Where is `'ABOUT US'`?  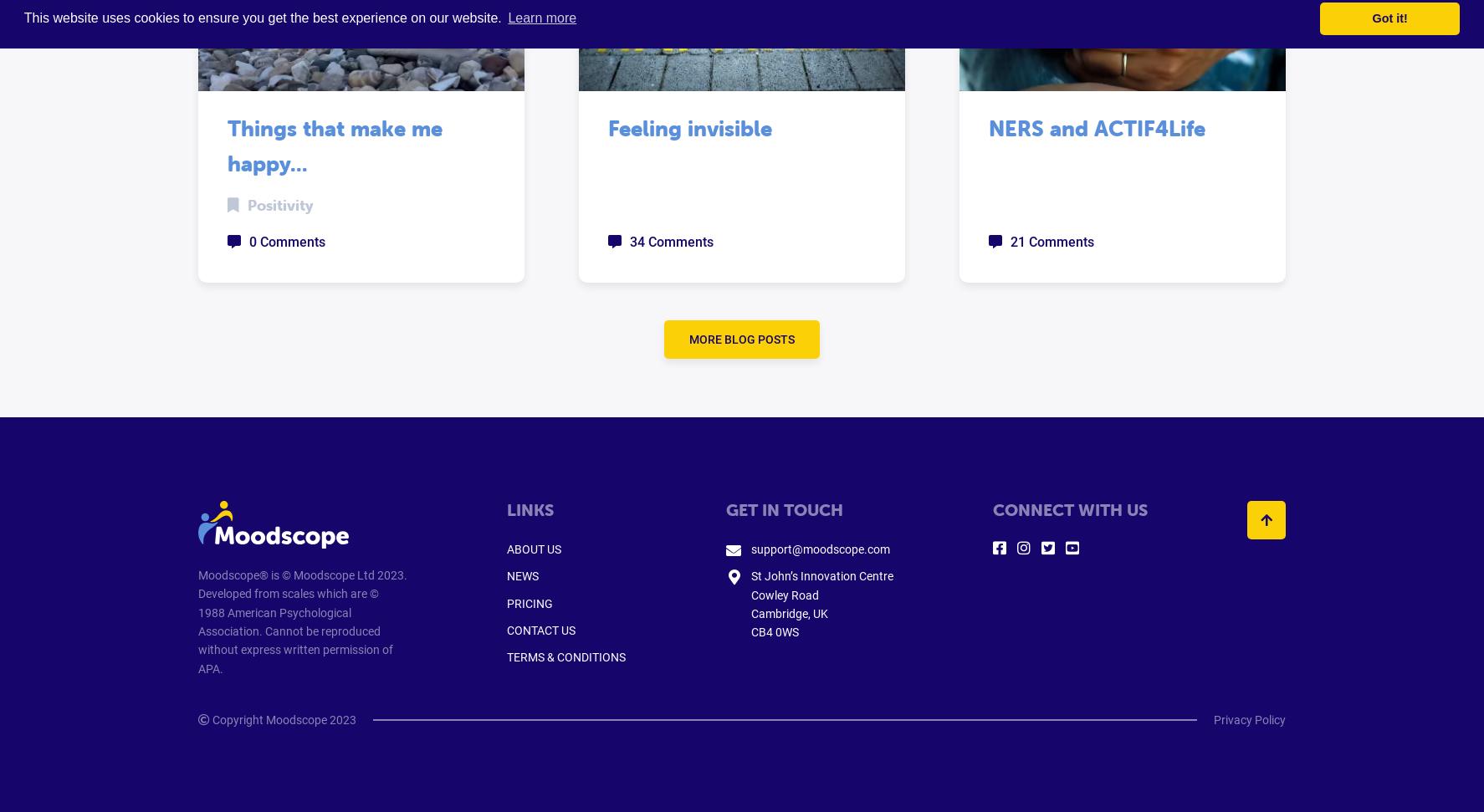 'ABOUT US' is located at coordinates (534, 549).